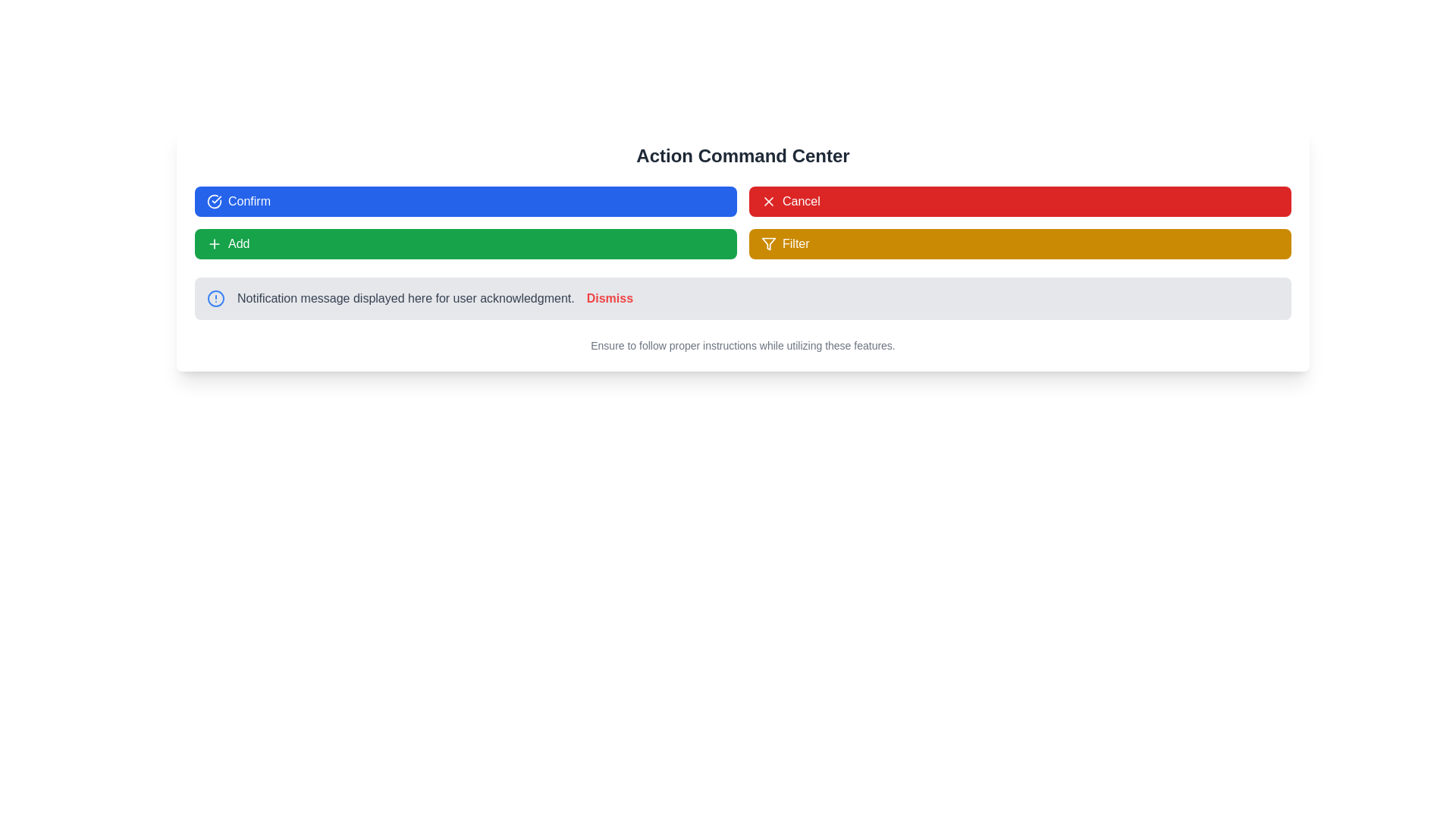 The height and width of the screenshot is (819, 1456). I want to click on the label inside the 'Cancel' button, which is positioned second in a horizontal button bar next to the 'Confirm' and 'Filter' buttons, so click(800, 201).